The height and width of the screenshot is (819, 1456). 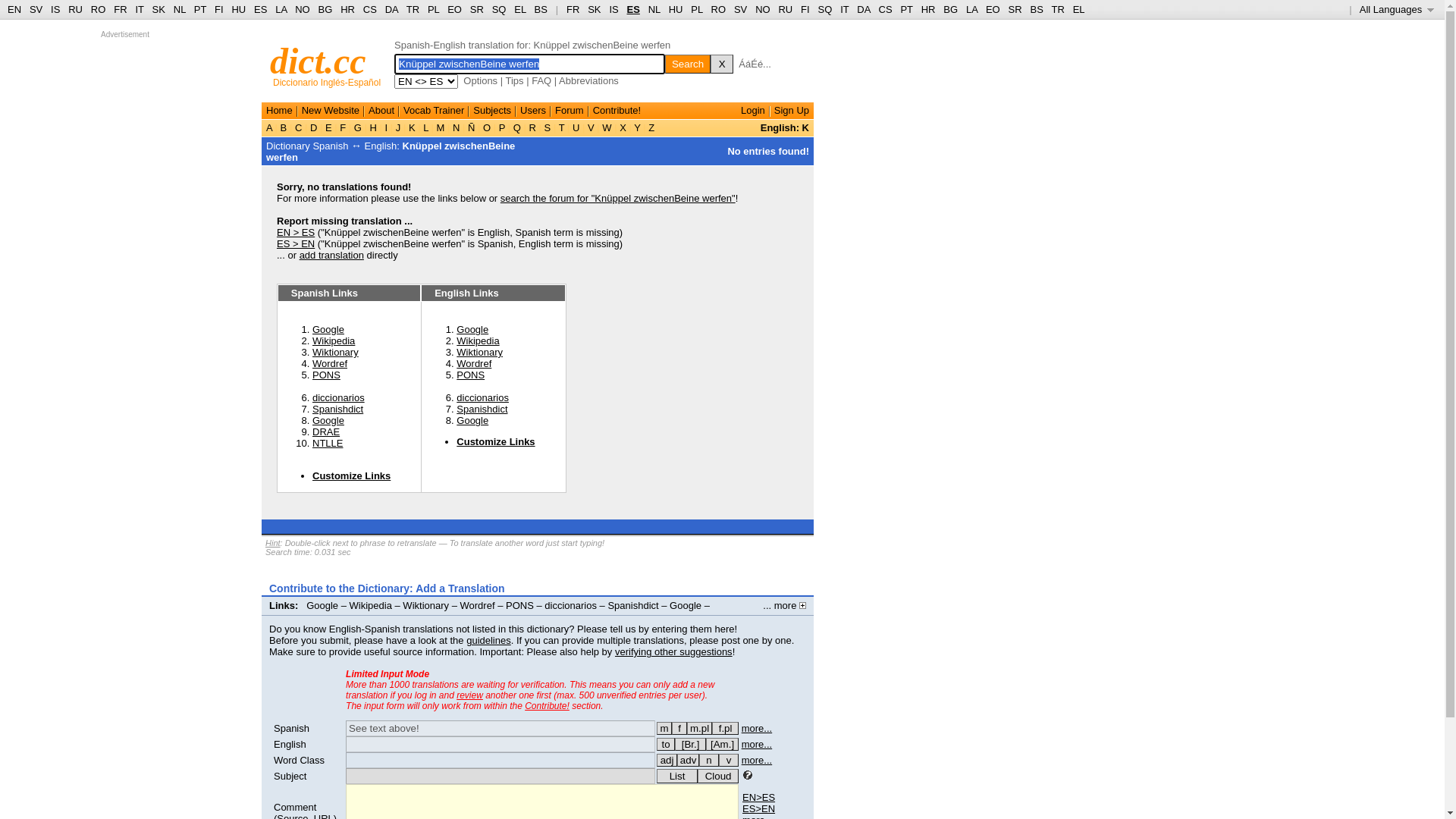 I want to click on 'femenino plural', so click(x=724, y=727).